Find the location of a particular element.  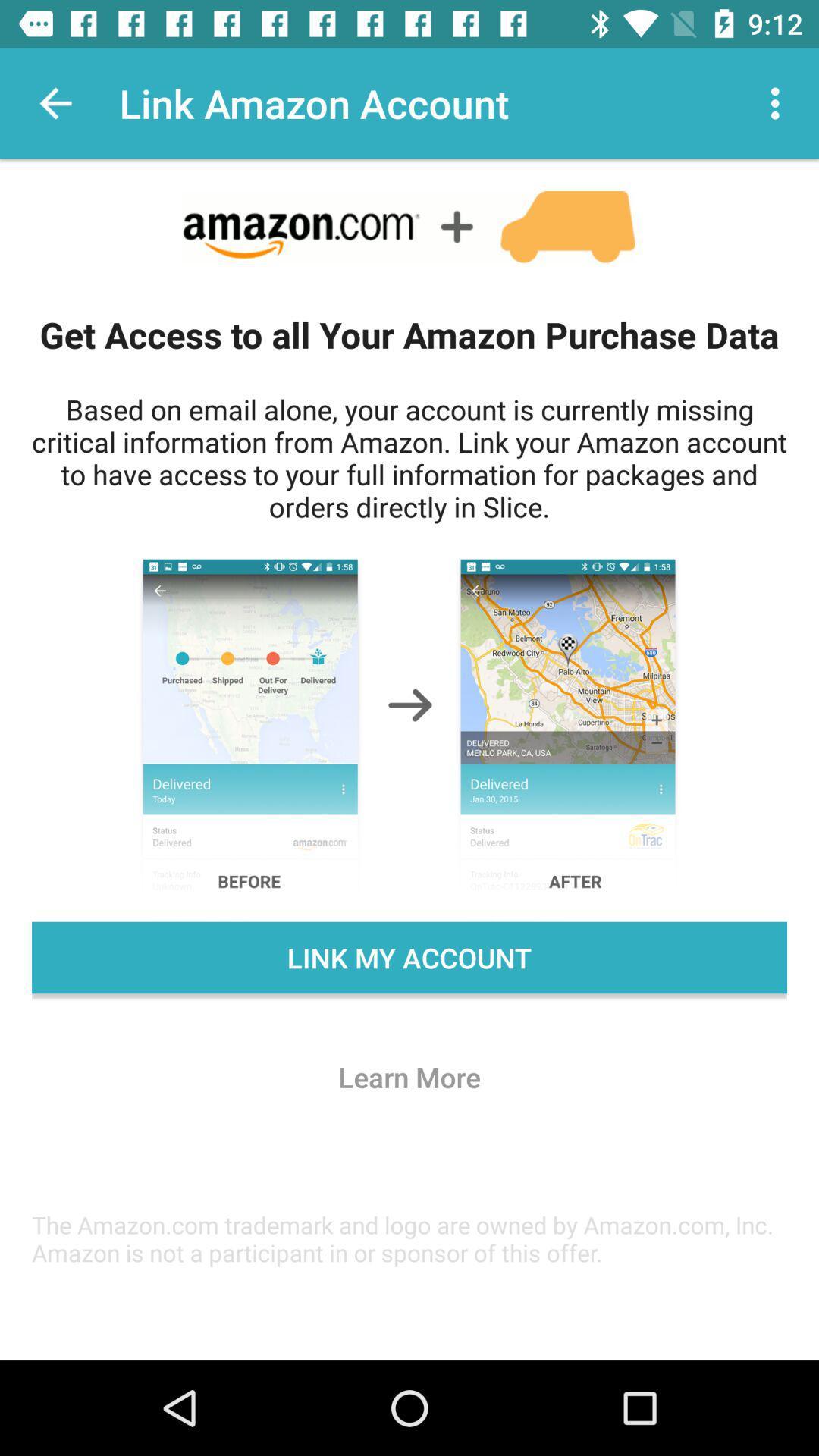

the learn more icon is located at coordinates (409, 1076).